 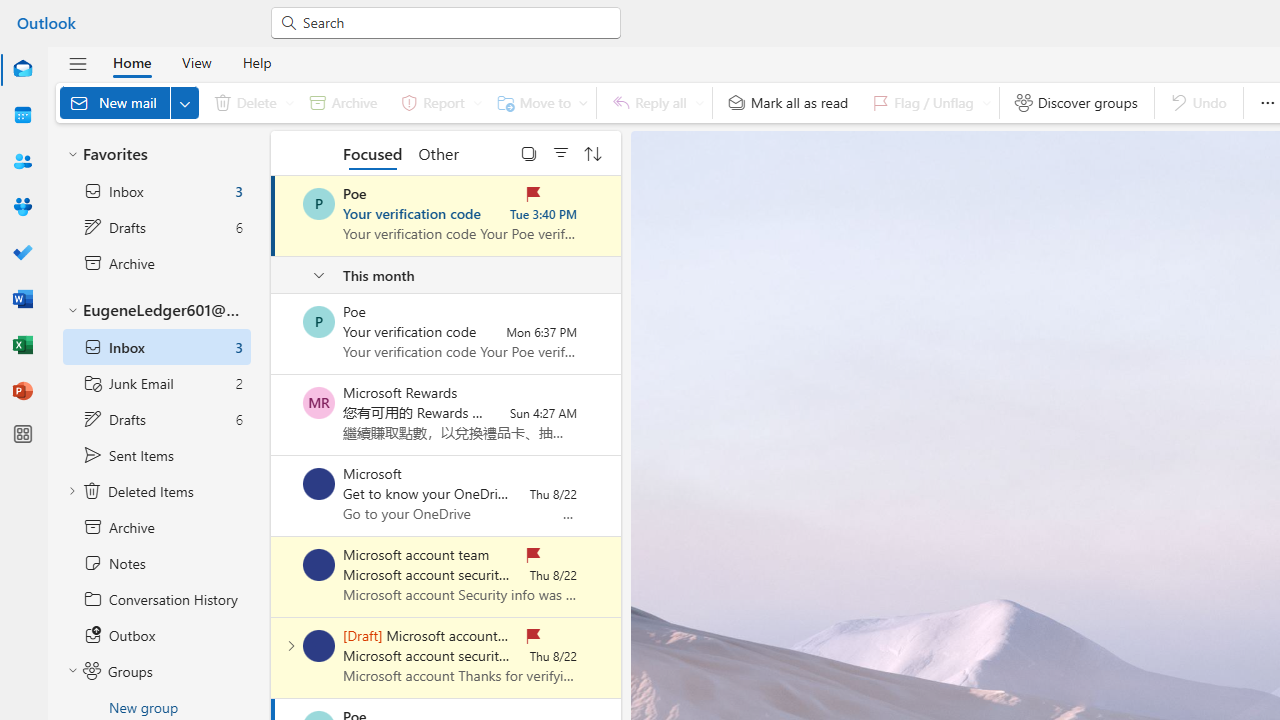 I want to click on 'Word', so click(x=23, y=298).